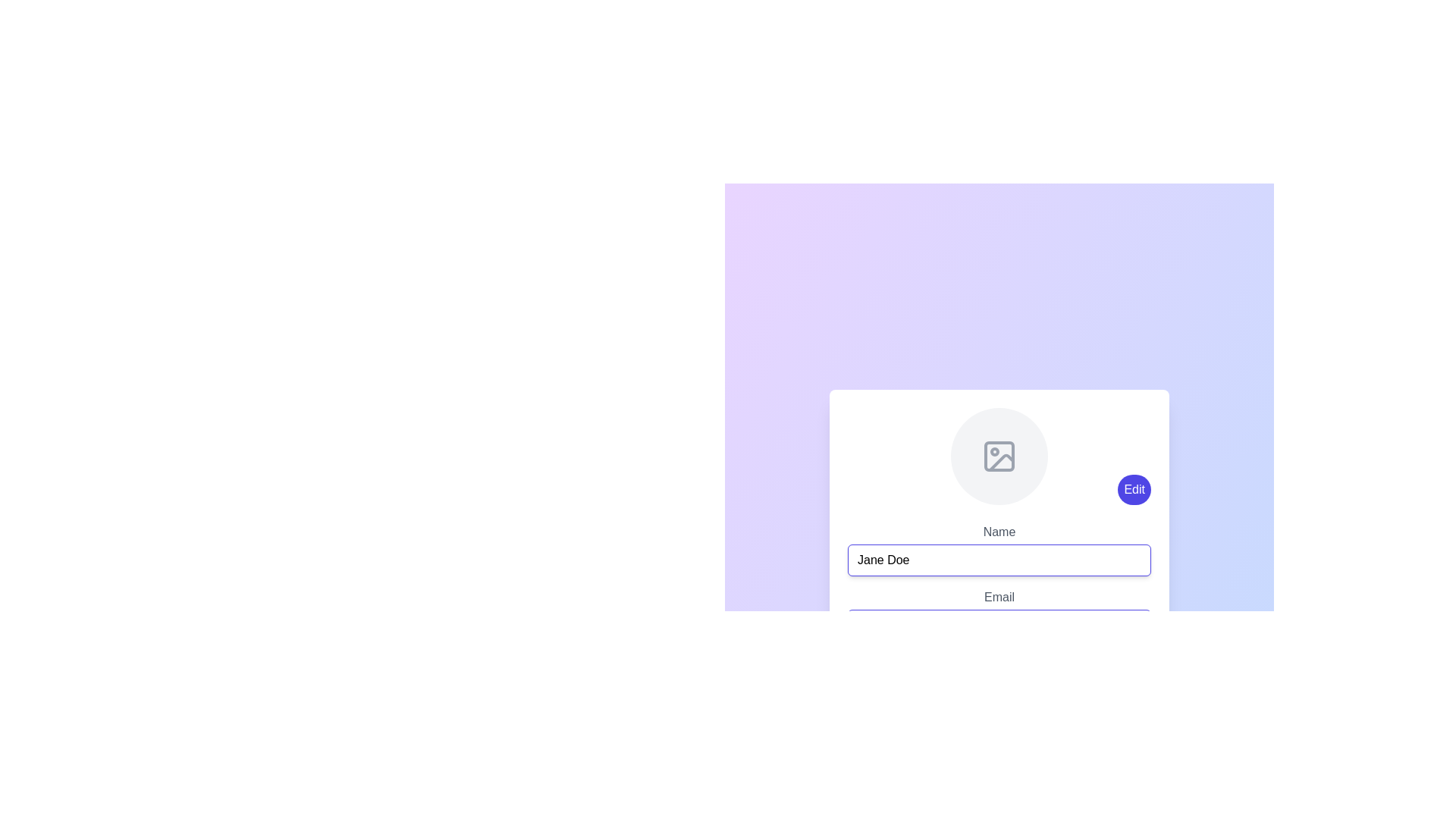  What do you see at coordinates (999, 455) in the screenshot?
I see `the image upload placeholder and 'Edit' button element located at the top of the user profile editing card` at bounding box center [999, 455].